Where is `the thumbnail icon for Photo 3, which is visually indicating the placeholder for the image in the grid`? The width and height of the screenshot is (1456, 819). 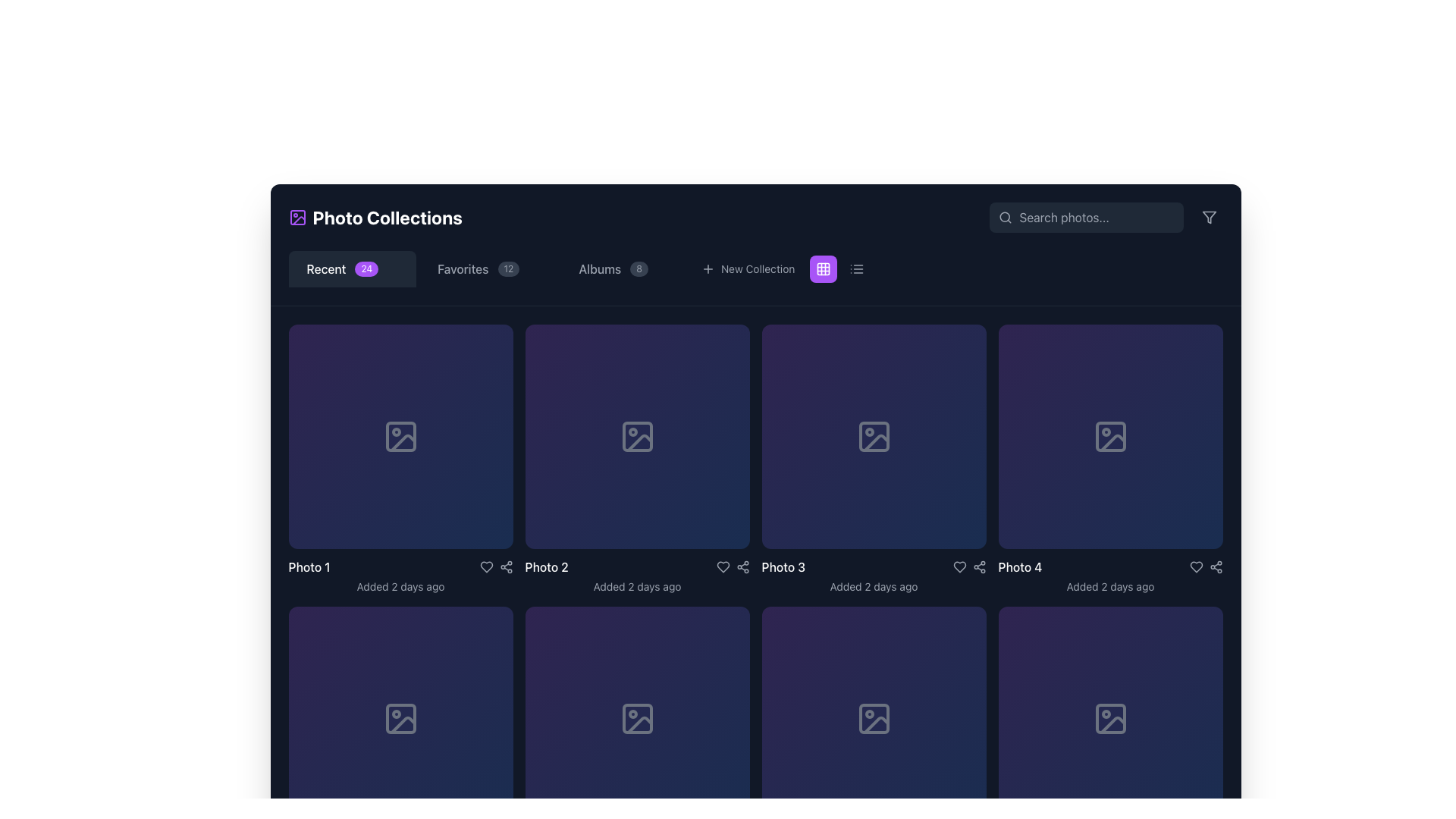
the thumbnail icon for Photo 3, which is visually indicating the placeholder for the image in the grid is located at coordinates (874, 436).